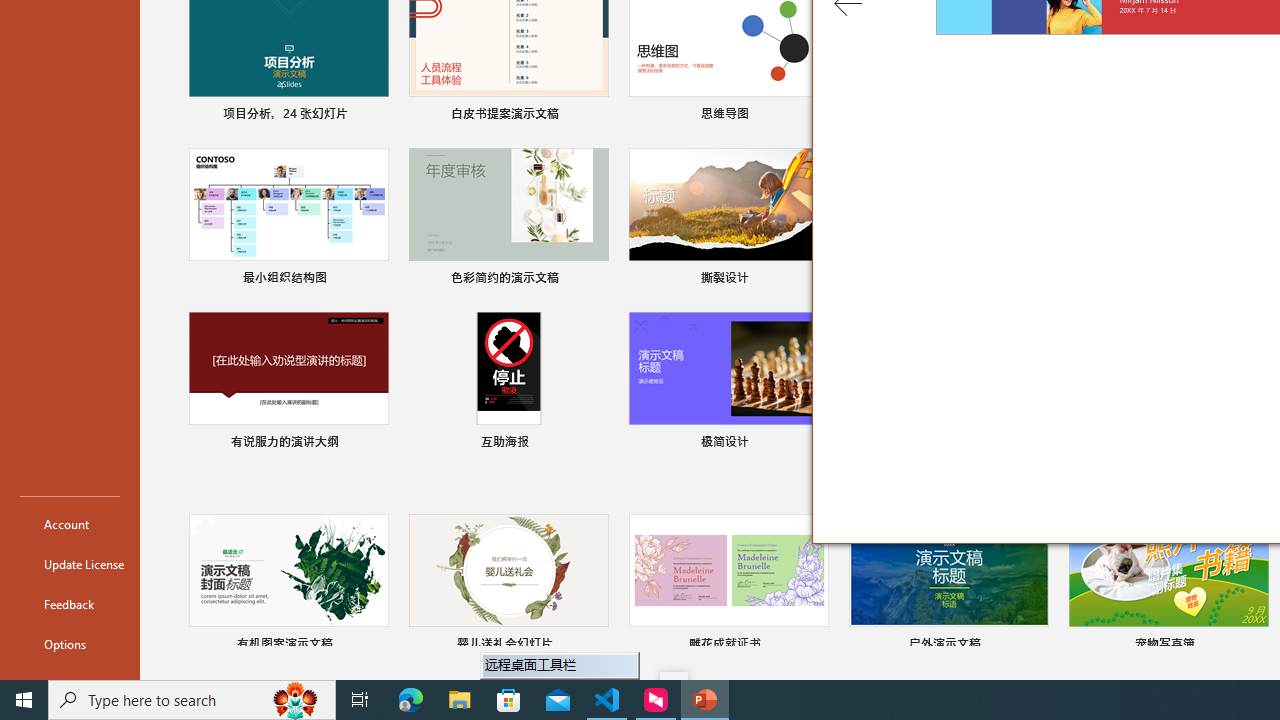 The width and height of the screenshot is (1280, 720). What do you see at coordinates (69, 564) in the screenshot?
I see `'Update License'` at bounding box center [69, 564].